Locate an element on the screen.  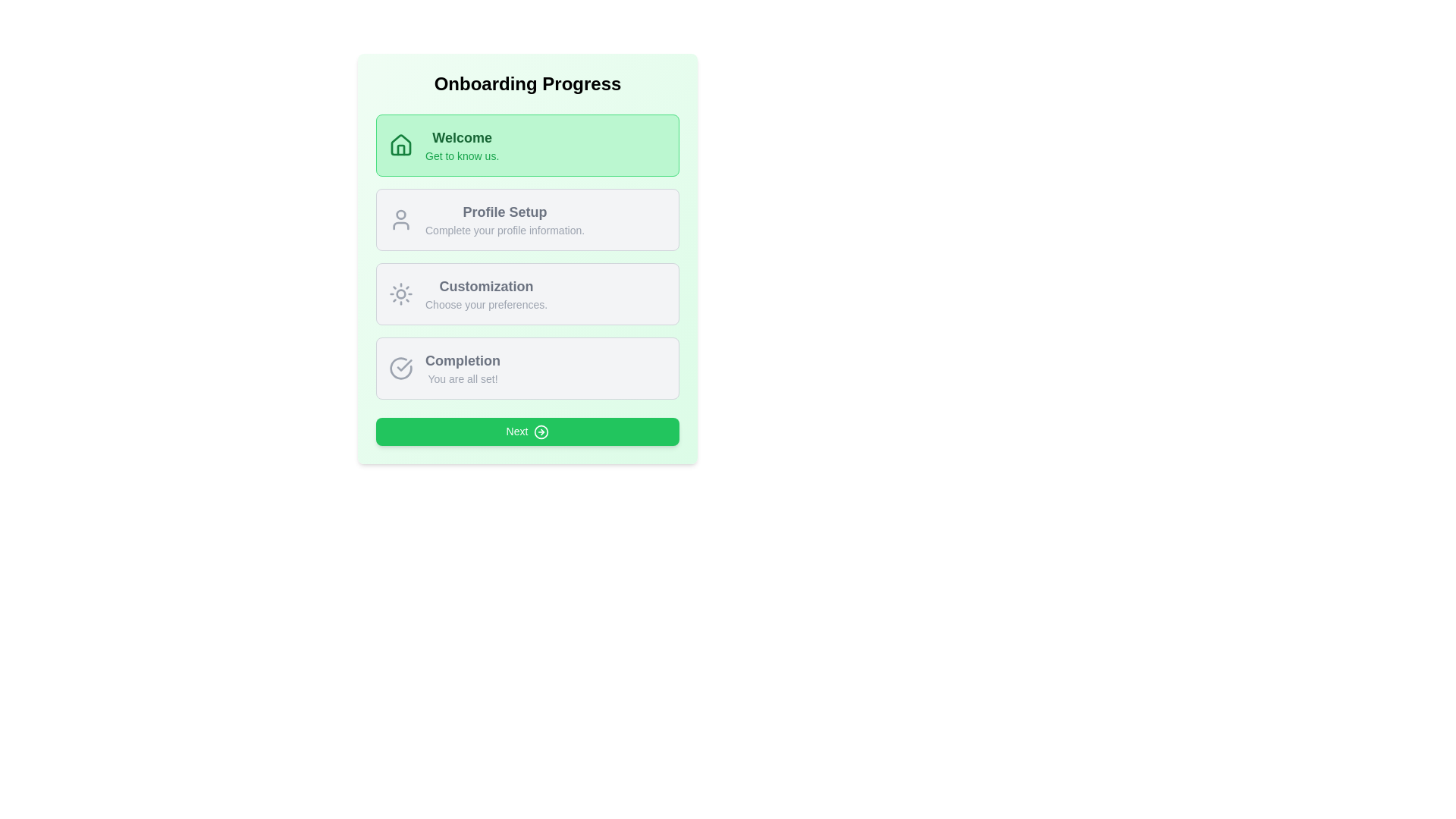
the small house-shaped icon representing the active 'Welcome' button in the onboarding progress interface, located at the top left of the button's label is located at coordinates (400, 149).